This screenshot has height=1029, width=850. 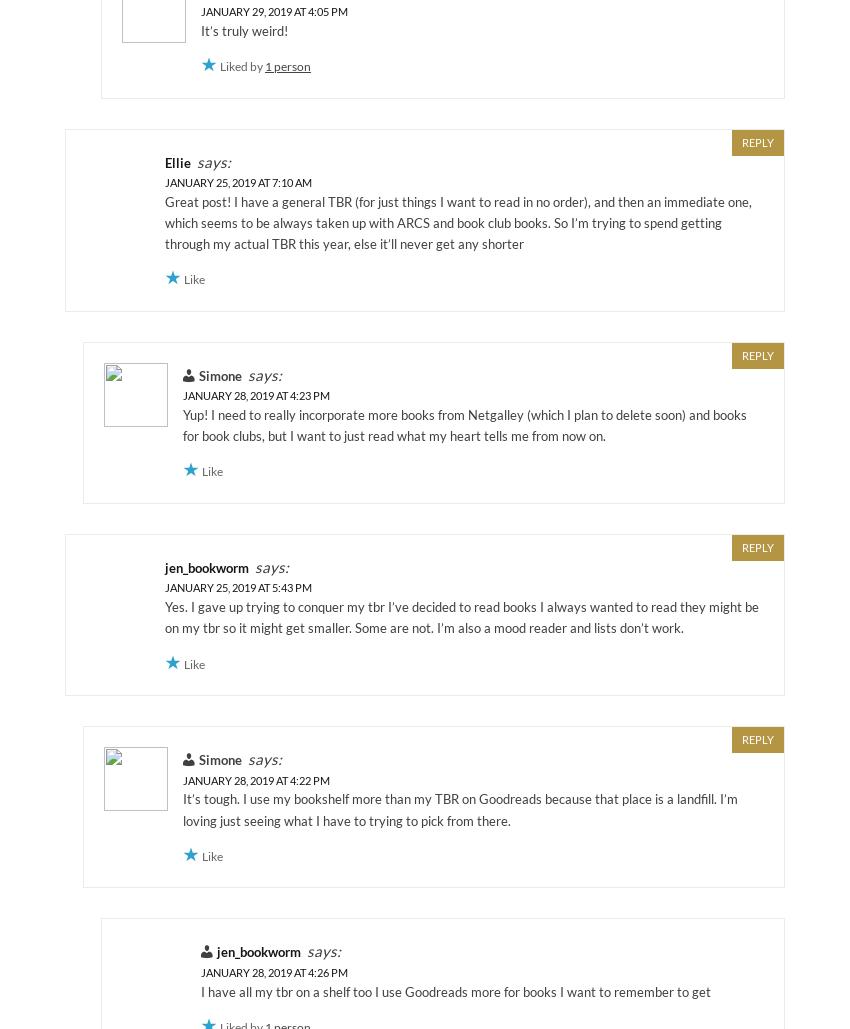 What do you see at coordinates (286, 66) in the screenshot?
I see `'1 person'` at bounding box center [286, 66].